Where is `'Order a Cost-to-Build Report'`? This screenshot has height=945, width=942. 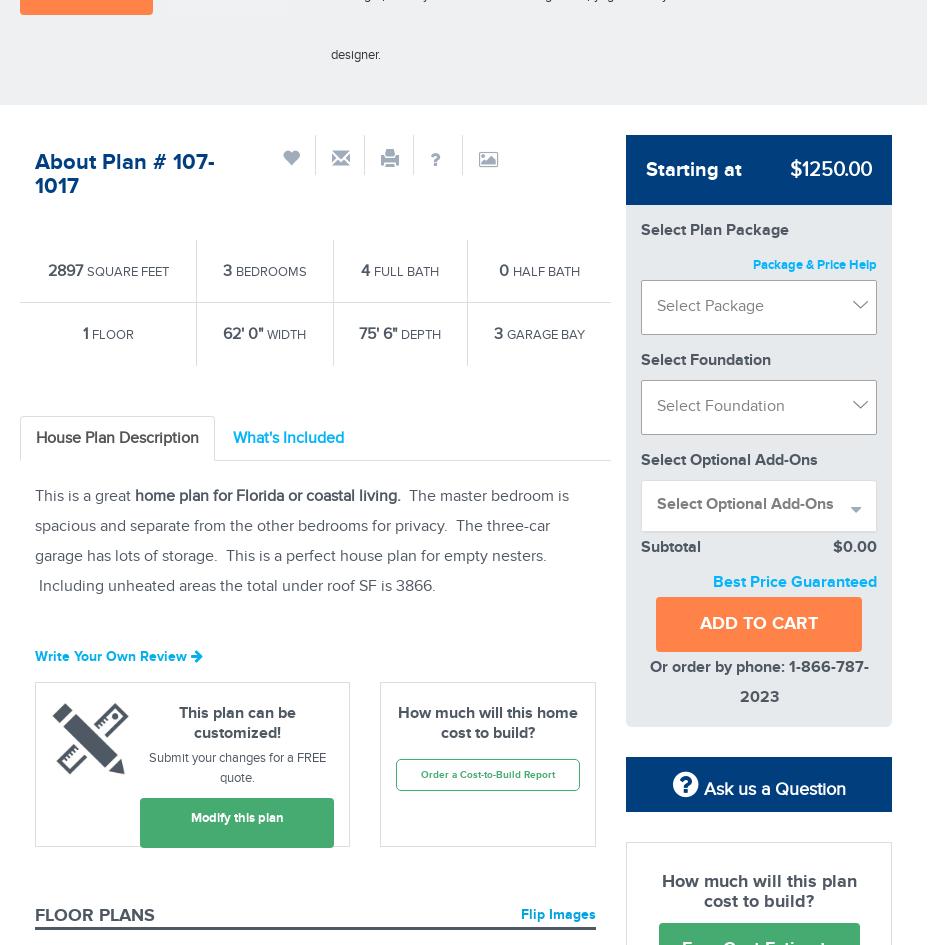
'Order a Cost-to-Build Report' is located at coordinates (487, 773).